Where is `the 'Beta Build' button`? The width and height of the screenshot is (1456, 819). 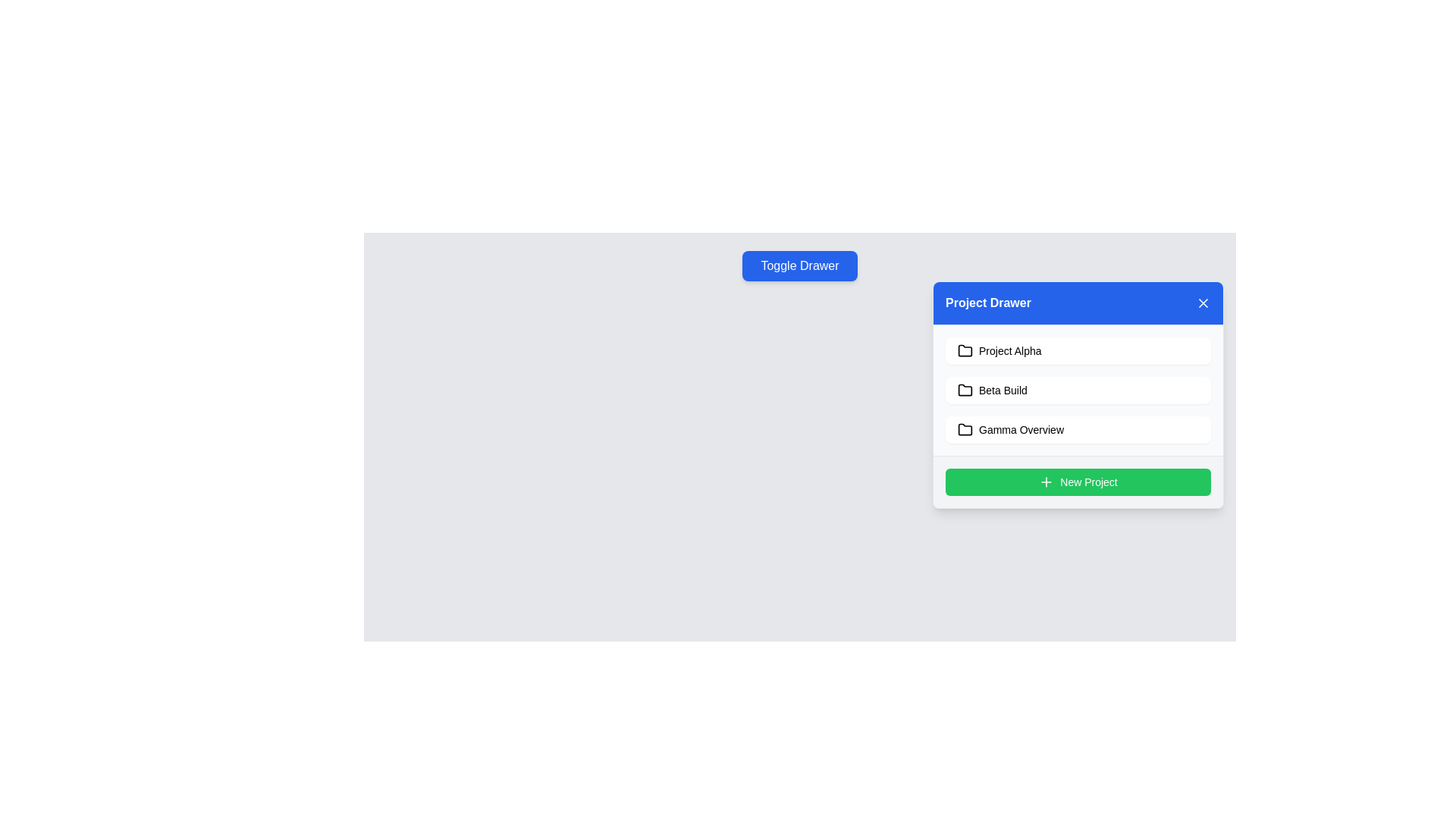 the 'Beta Build' button is located at coordinates (1077, 390).